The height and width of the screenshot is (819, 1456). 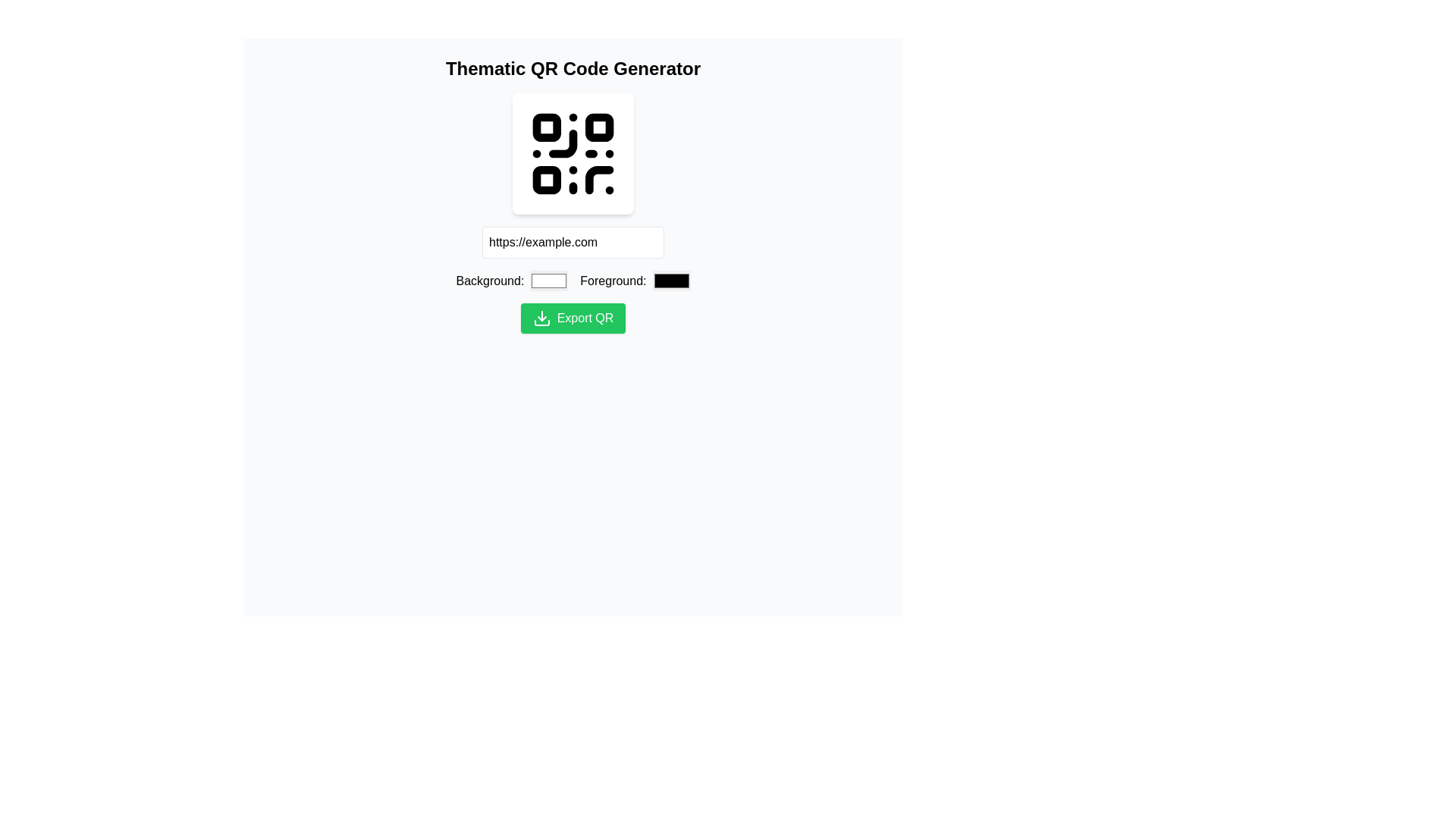 I want to click on the bottommost segment of the download icon, which is a horizontal rectangular bar located to the left of the 'Export QR' button, directly below the arrowhead, so click(x=541, y=322).